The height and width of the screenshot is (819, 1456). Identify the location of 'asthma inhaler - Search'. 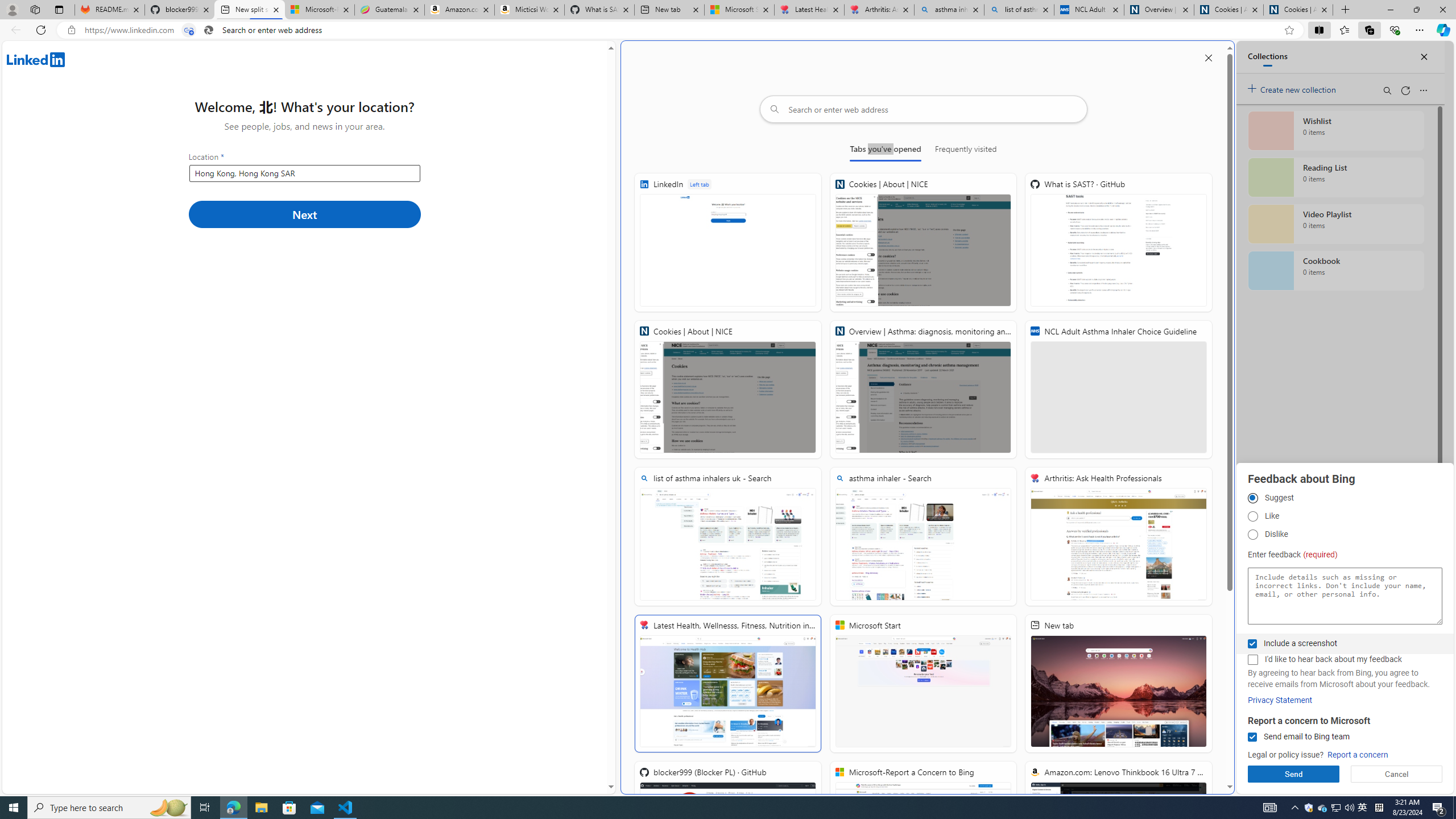
(923, 536).